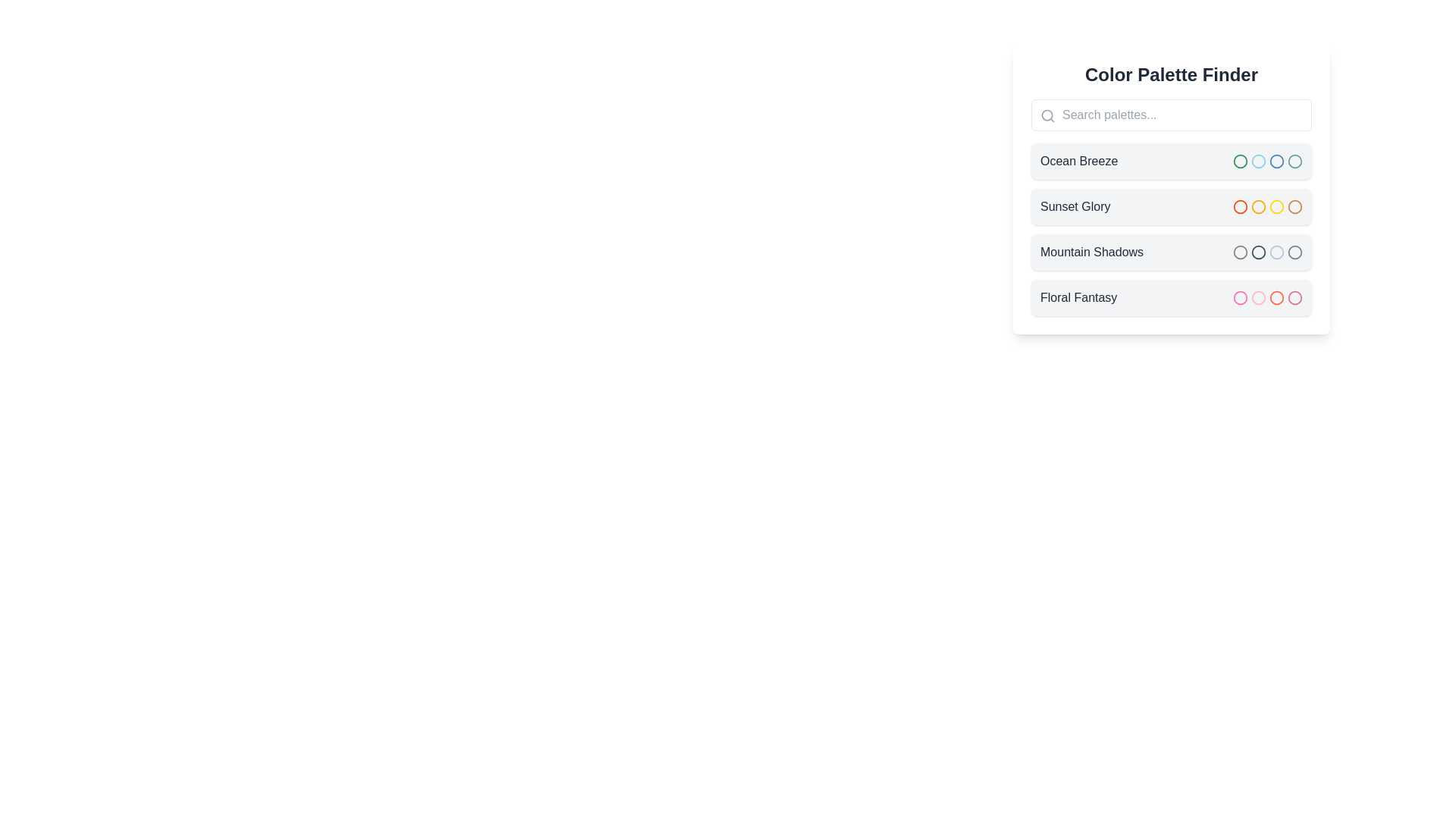  Describe the element at coordinates (1075, 207) in the screenshot. I see `the 'Sunset Glory' static text label, which is displayed in a medium-weight font style and dark gray color` at that location.